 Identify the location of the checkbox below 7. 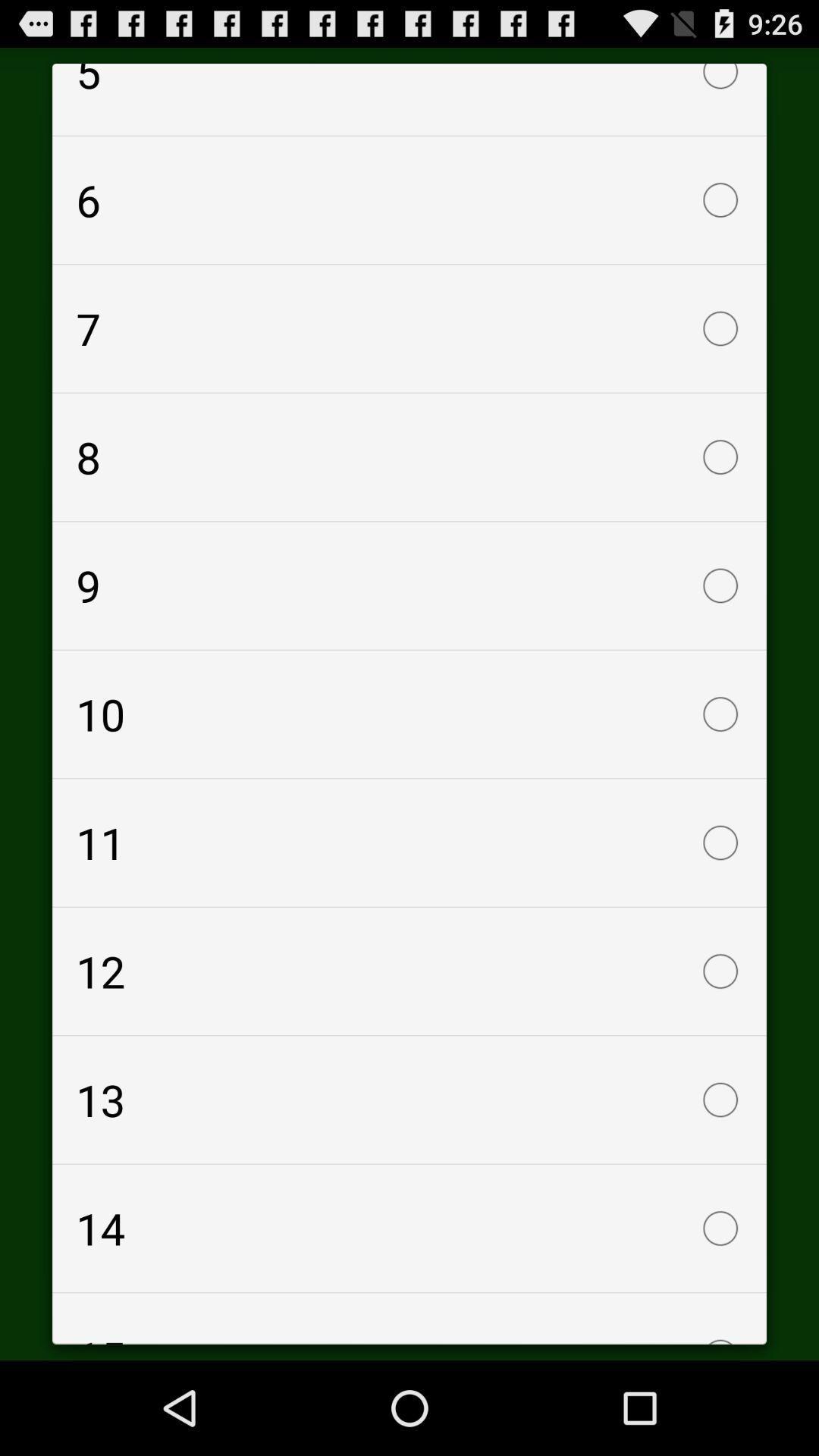
(409, 457).